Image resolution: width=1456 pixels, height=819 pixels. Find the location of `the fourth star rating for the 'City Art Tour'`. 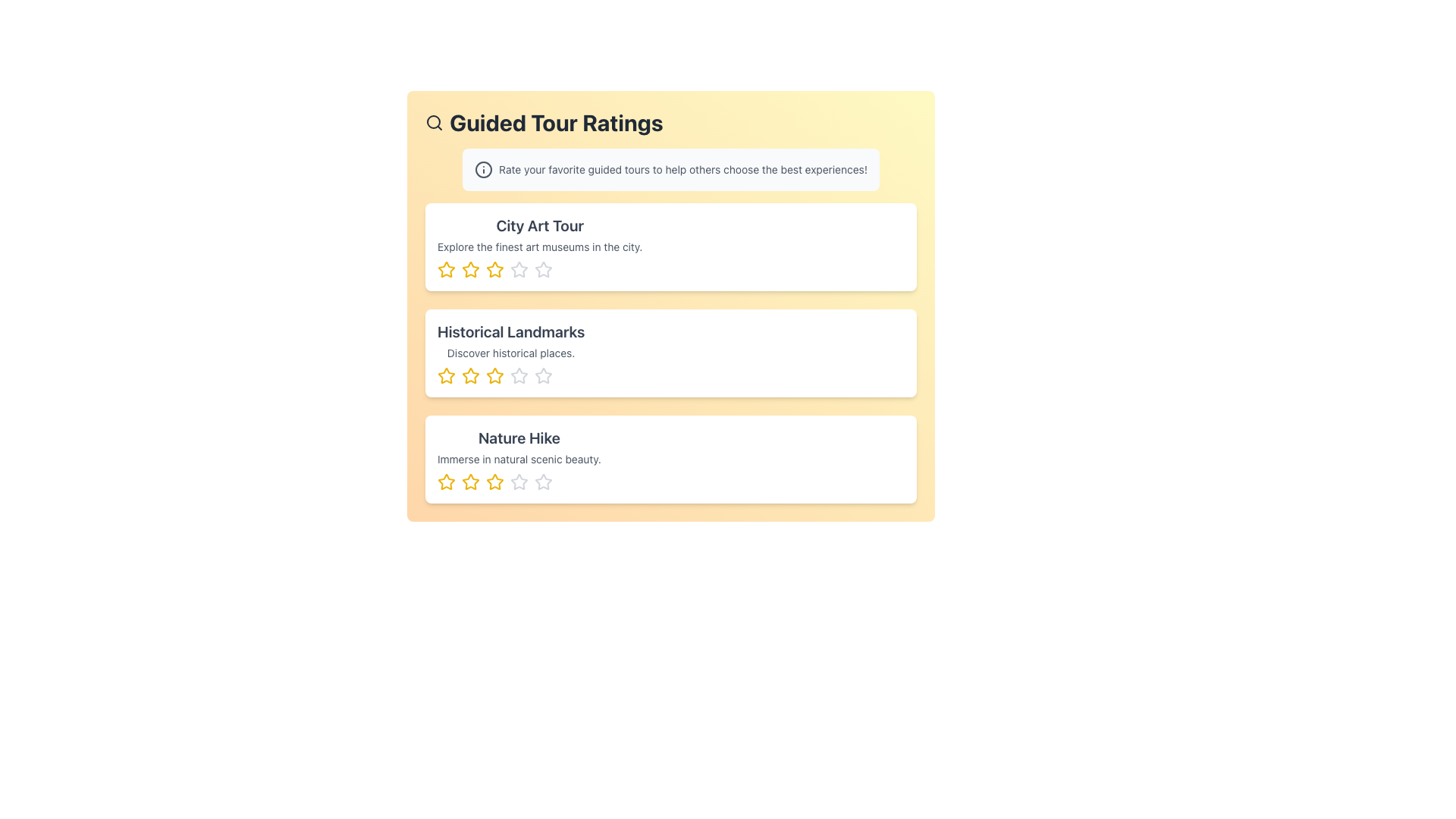

the fourth star rating for the 'City Art Tour' is located at coordinates (543, 268).